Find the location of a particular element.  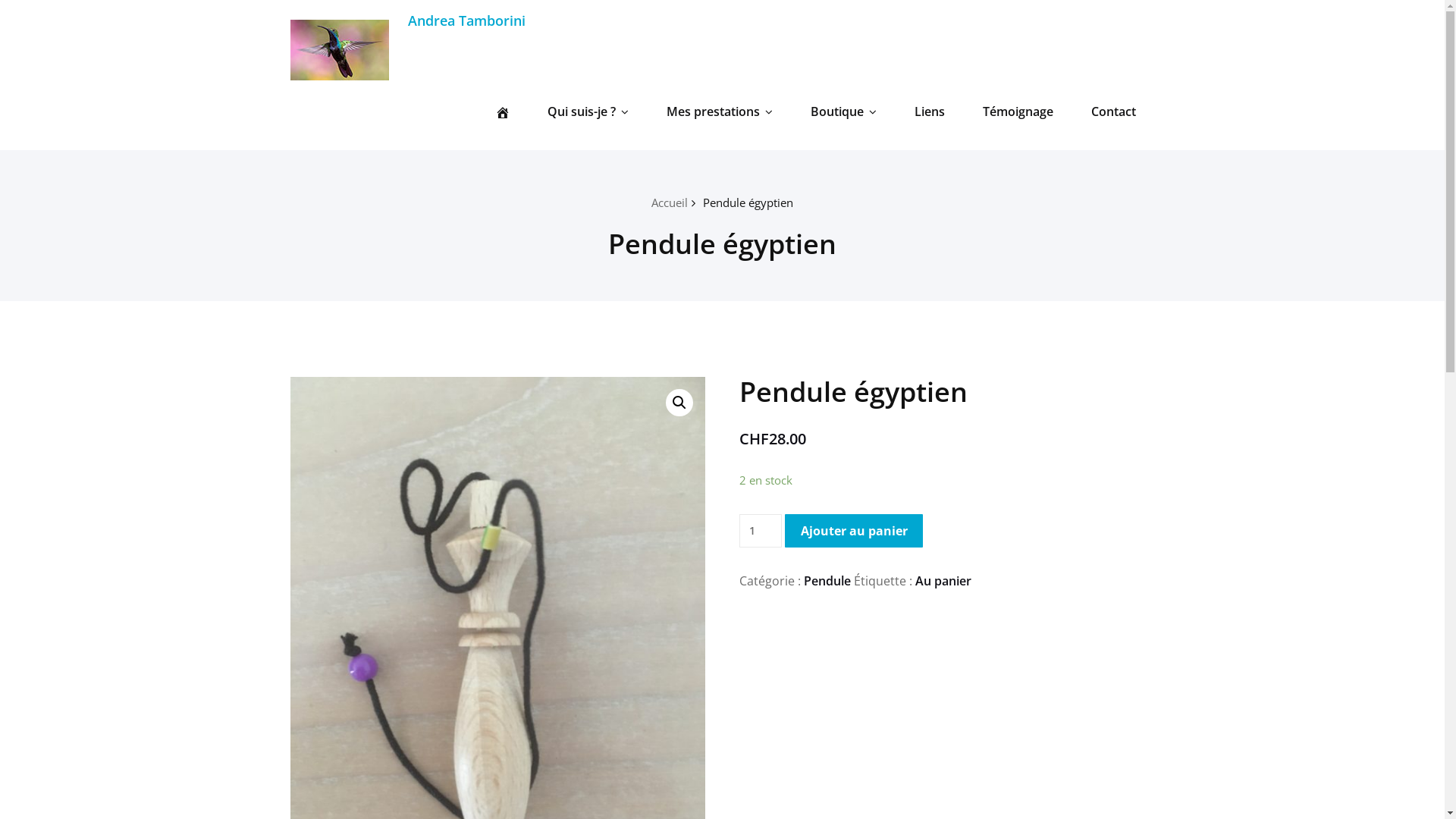

'Qui suis-je ?' is located at coordinates (586, 110).